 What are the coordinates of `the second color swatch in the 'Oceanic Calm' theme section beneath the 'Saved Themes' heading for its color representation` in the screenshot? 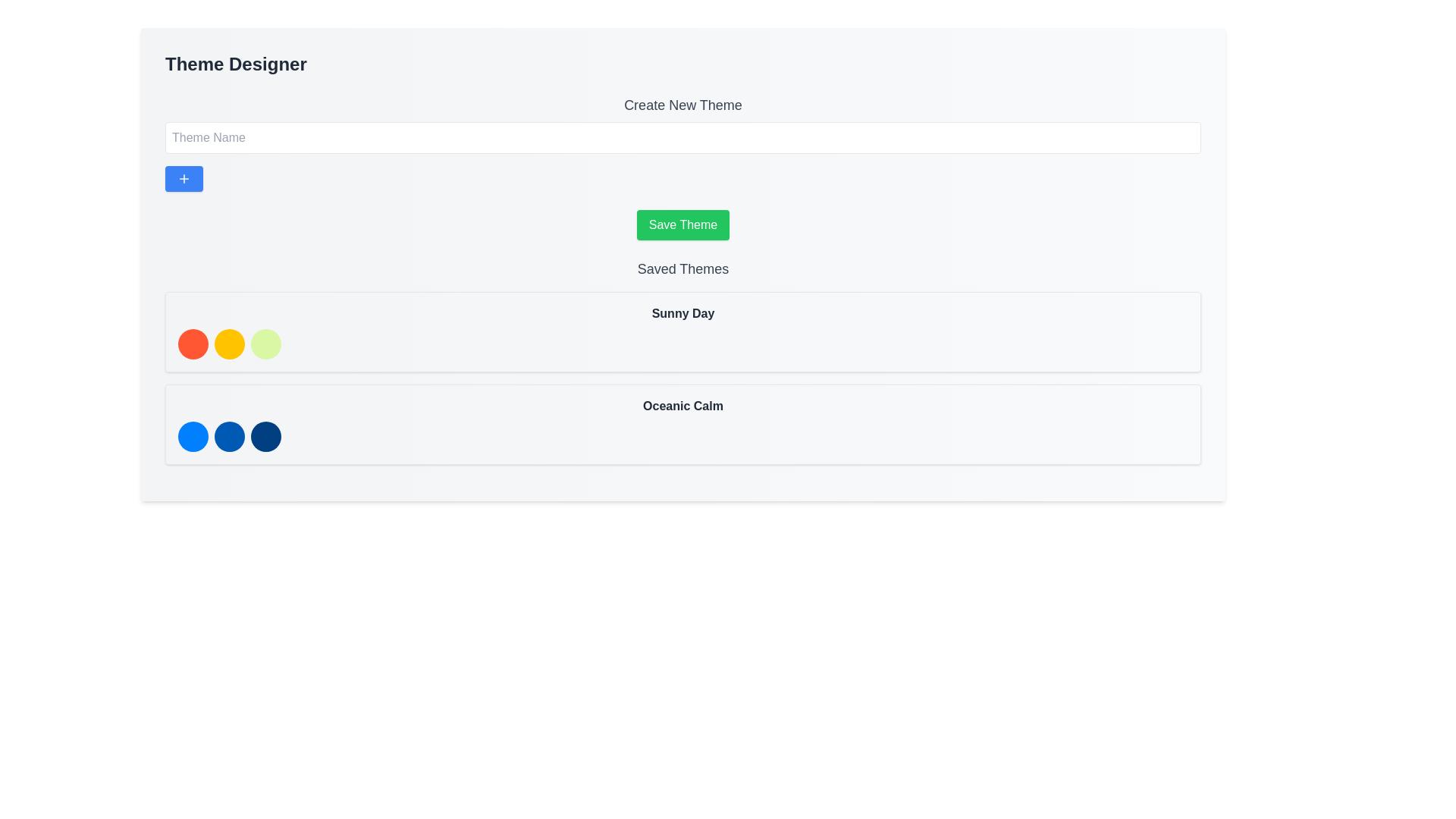 It's located at (228, 436).